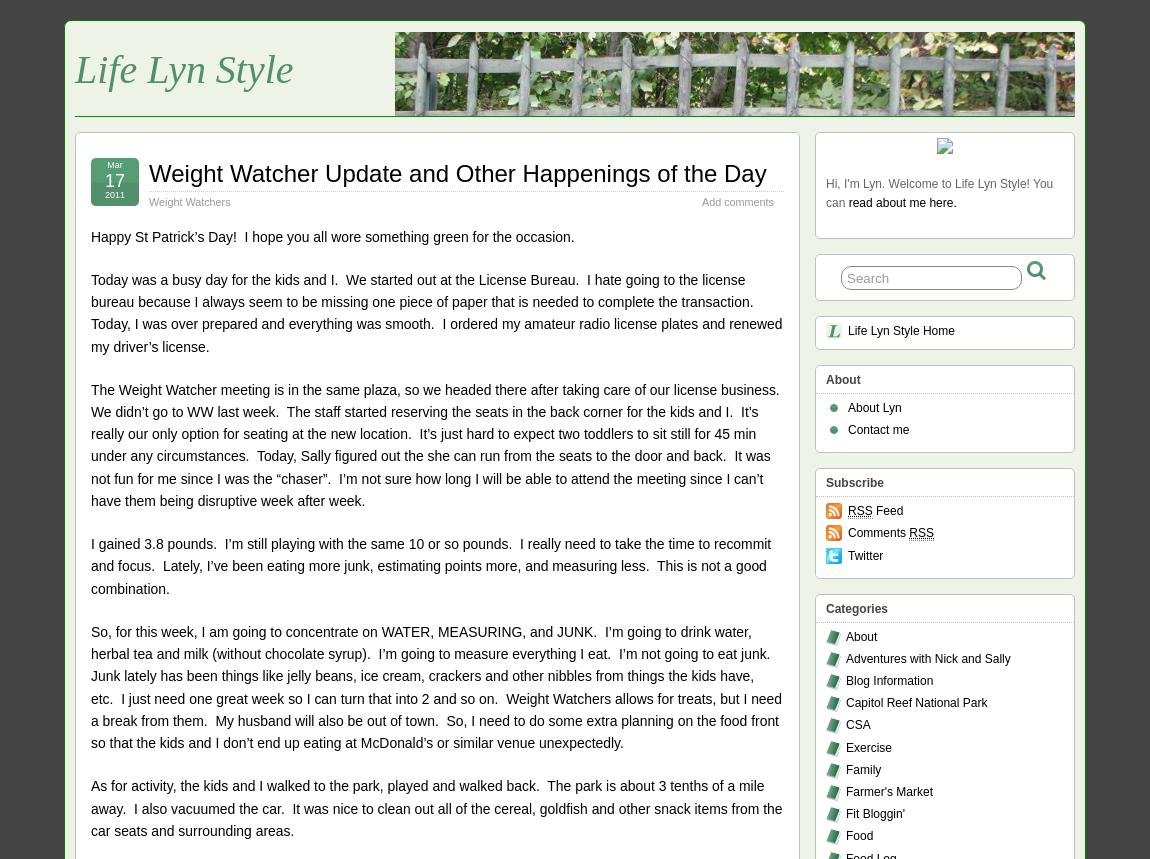 Image resolution: width=1150 pixels, height=859 pixels. What do you see at coordinates (887, 511) in the screenshot?
I see `'Feed'` at bounding box center [887, 511].